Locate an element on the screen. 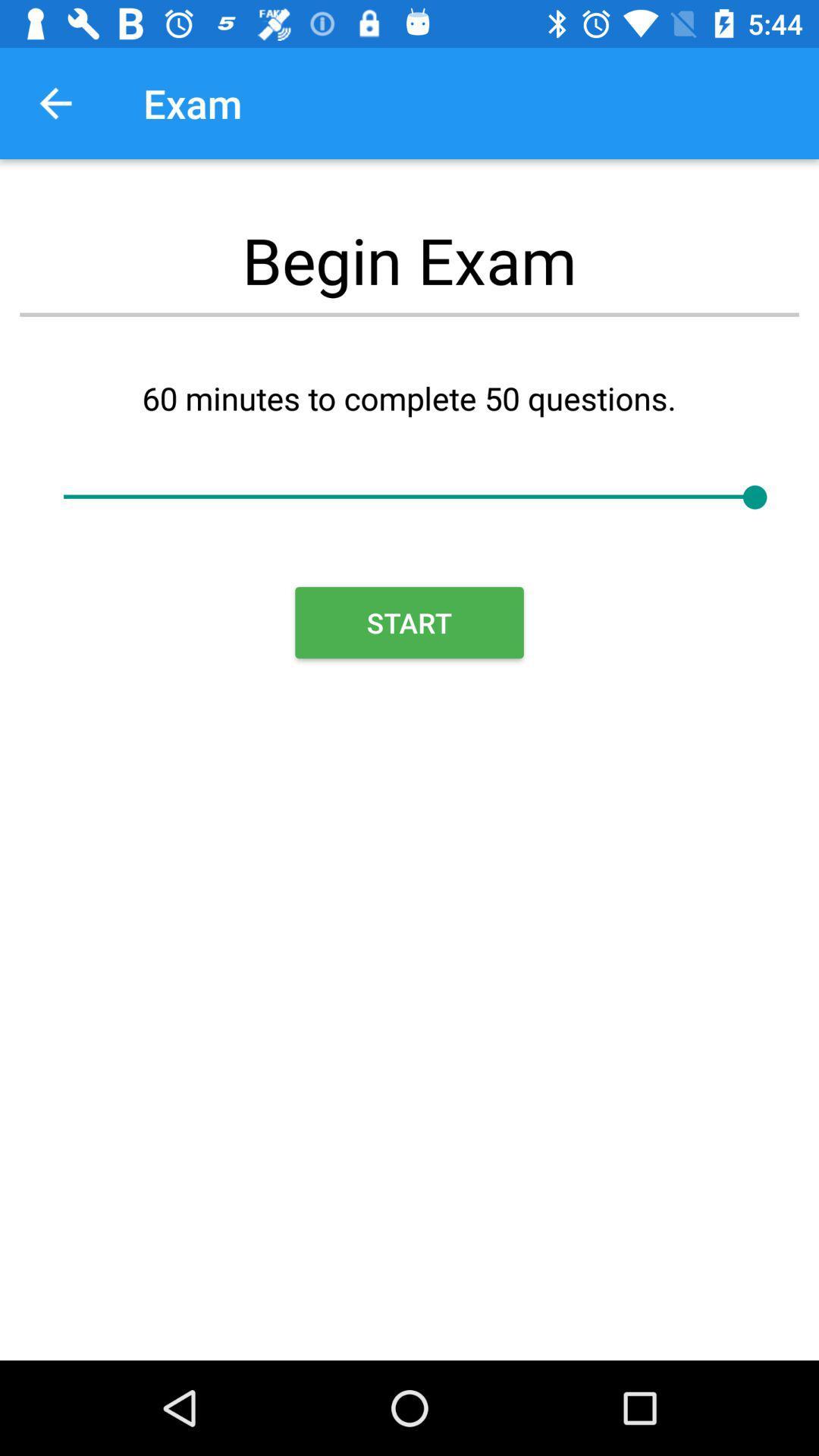 This screenshot has height=1456, width=819. start item is located at coordinates (409, 623).